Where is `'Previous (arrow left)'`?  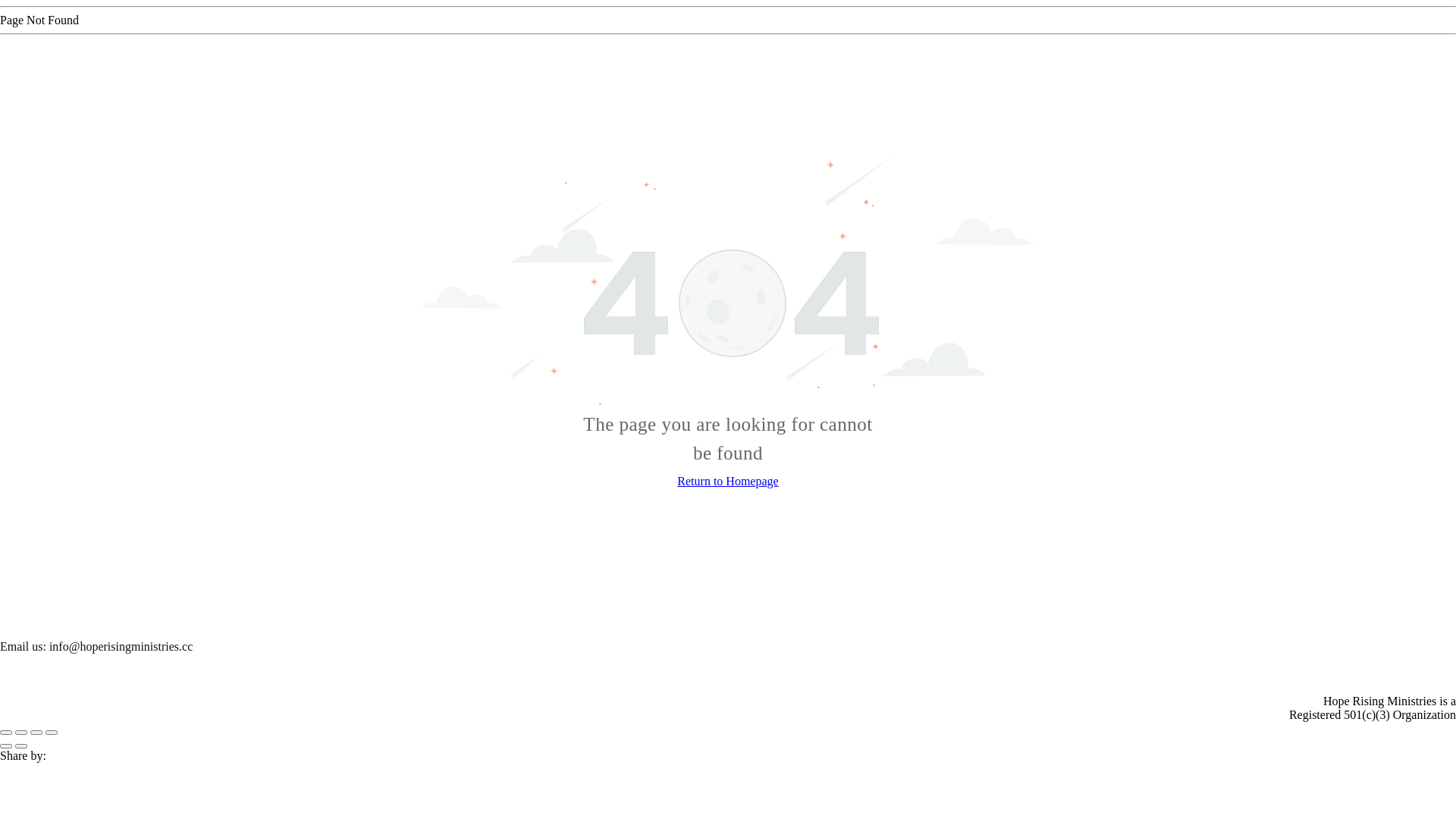
'Previous (arrow left)' is located at coordinates (6, 745).